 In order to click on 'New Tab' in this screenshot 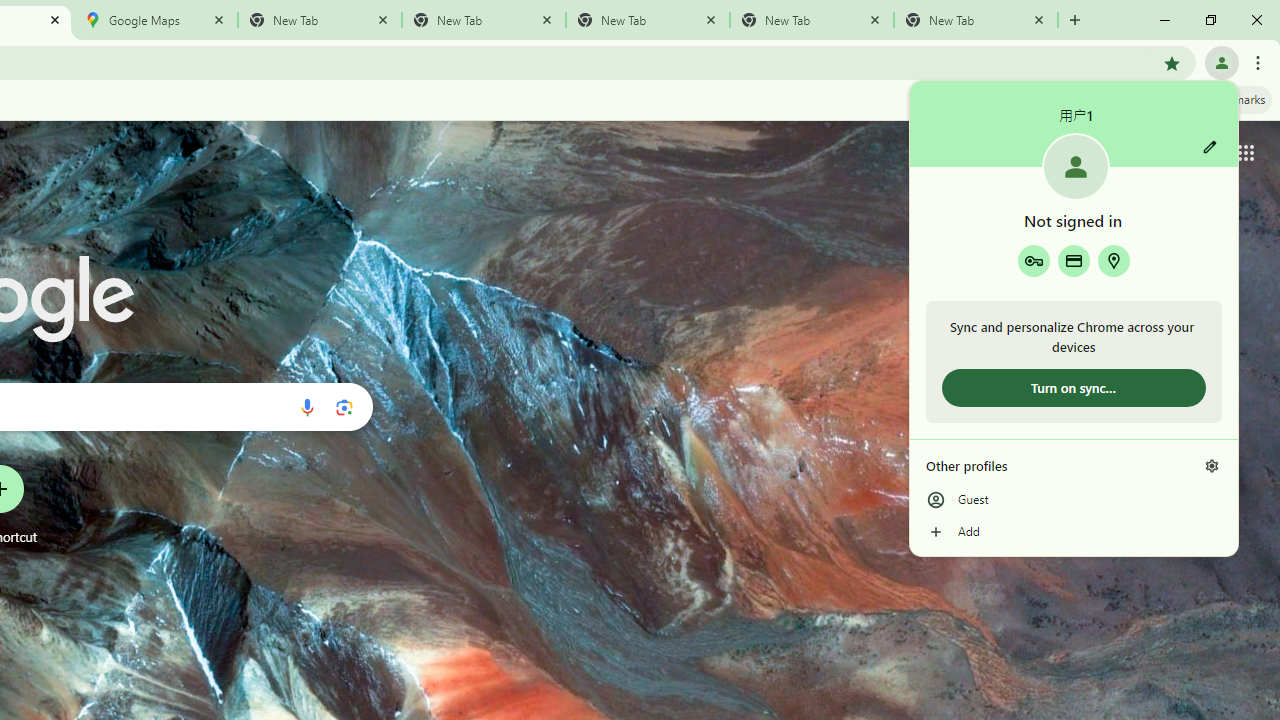, I will do `click(976, 20)`.